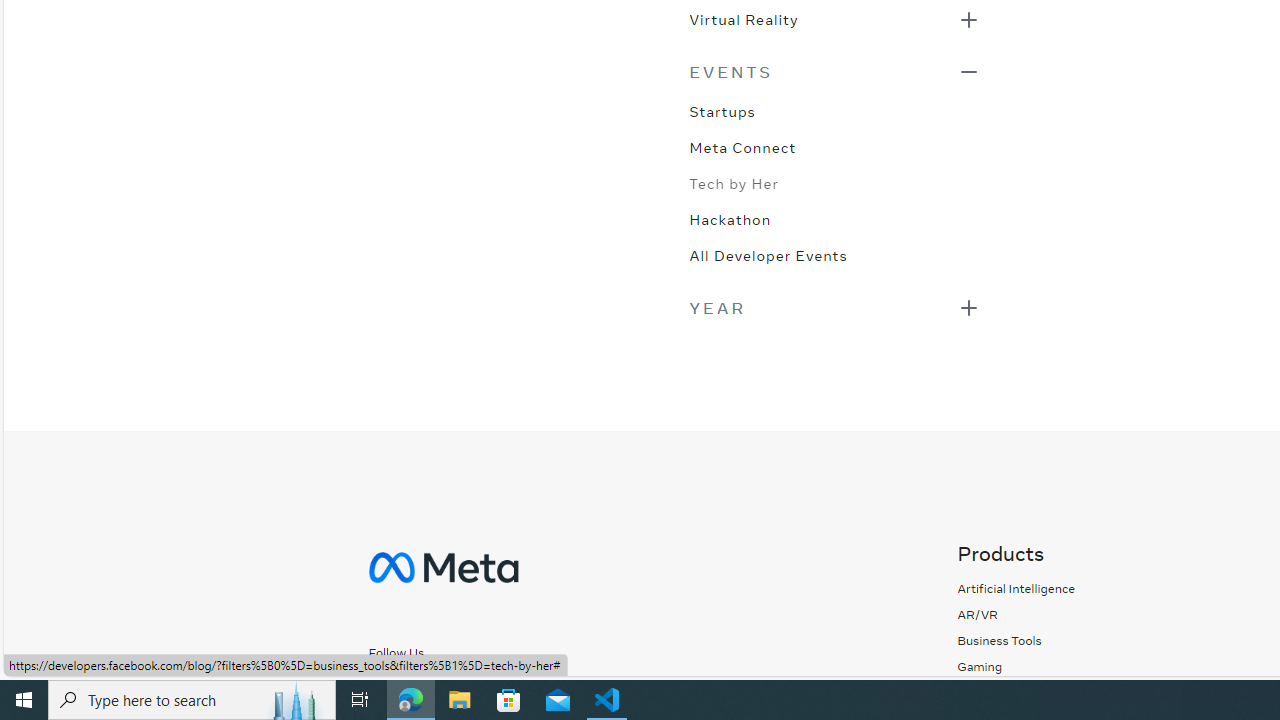 This screenshot has width=1280, height=720. Describe the element at coordinates (380, 686) in the screenshot. I see `'Follow us on Facebook'` at that location.